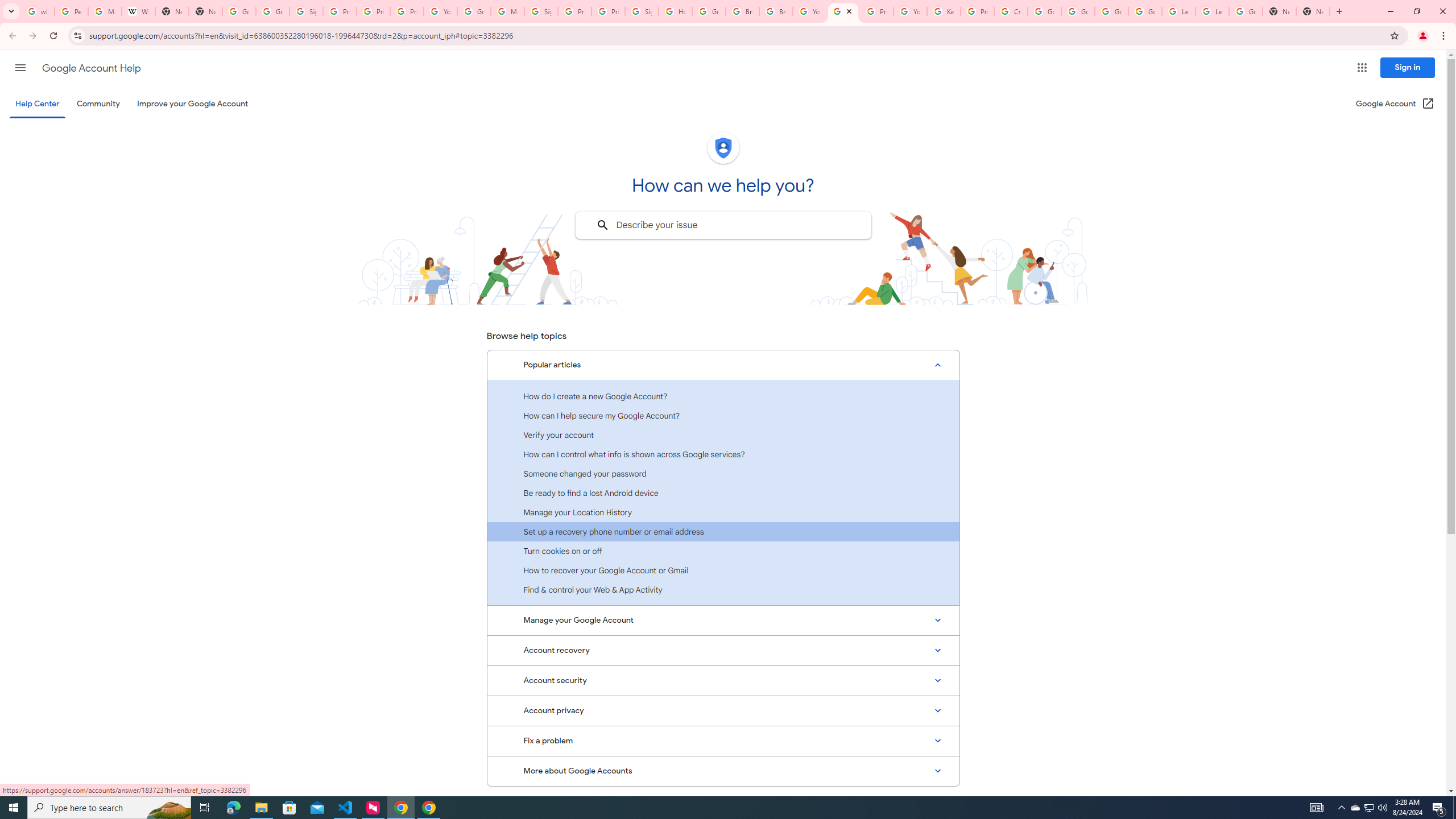  What do you see at coordinates (37, 103) in the screenshot?
I see `'Help Center'` at bounding box center [37, 103].